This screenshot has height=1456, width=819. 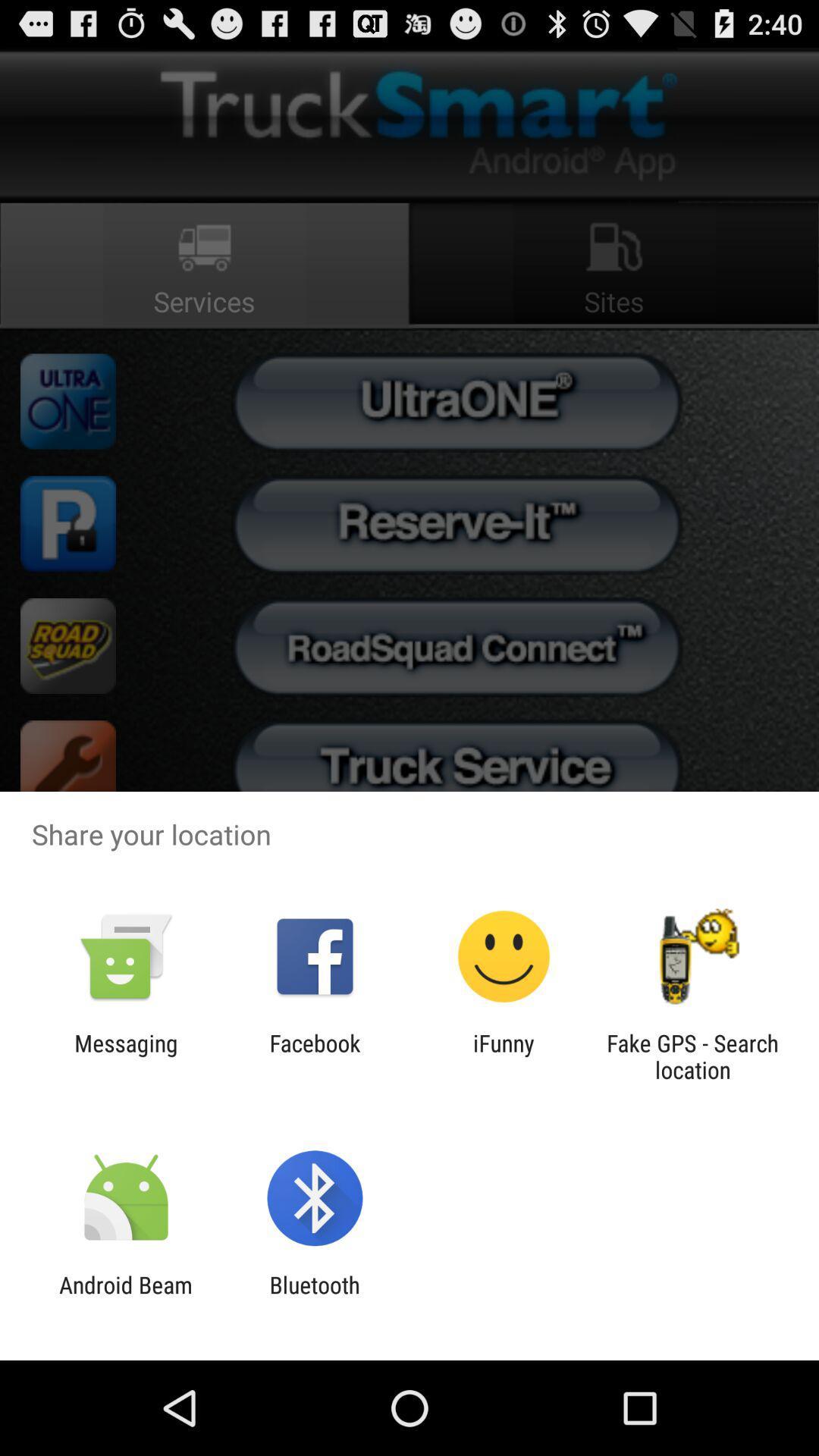 I want to click on the messaging, so click(x=125, y=1056).